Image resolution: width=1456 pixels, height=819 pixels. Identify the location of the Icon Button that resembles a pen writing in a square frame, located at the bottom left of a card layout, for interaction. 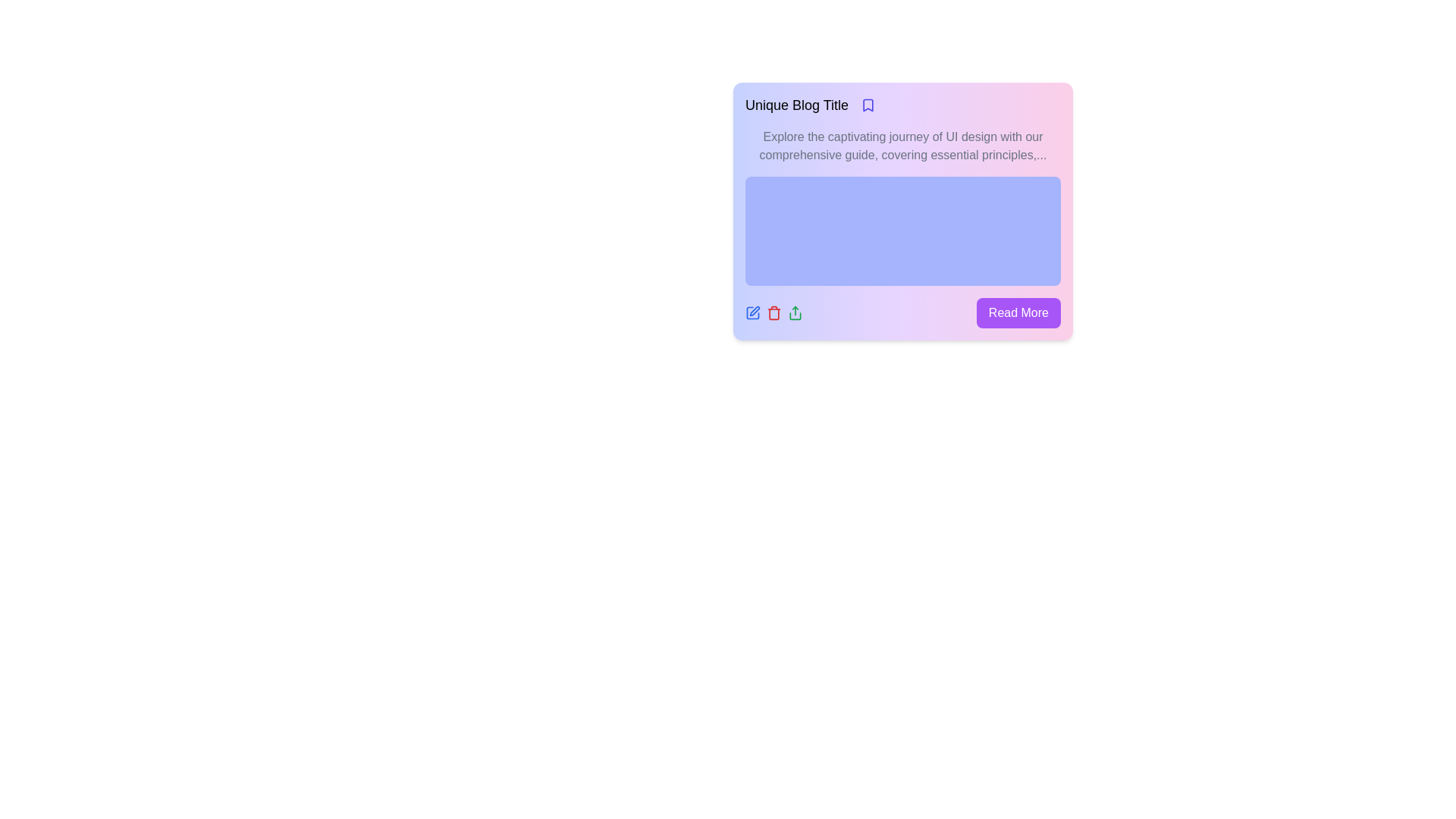
(753, 312).